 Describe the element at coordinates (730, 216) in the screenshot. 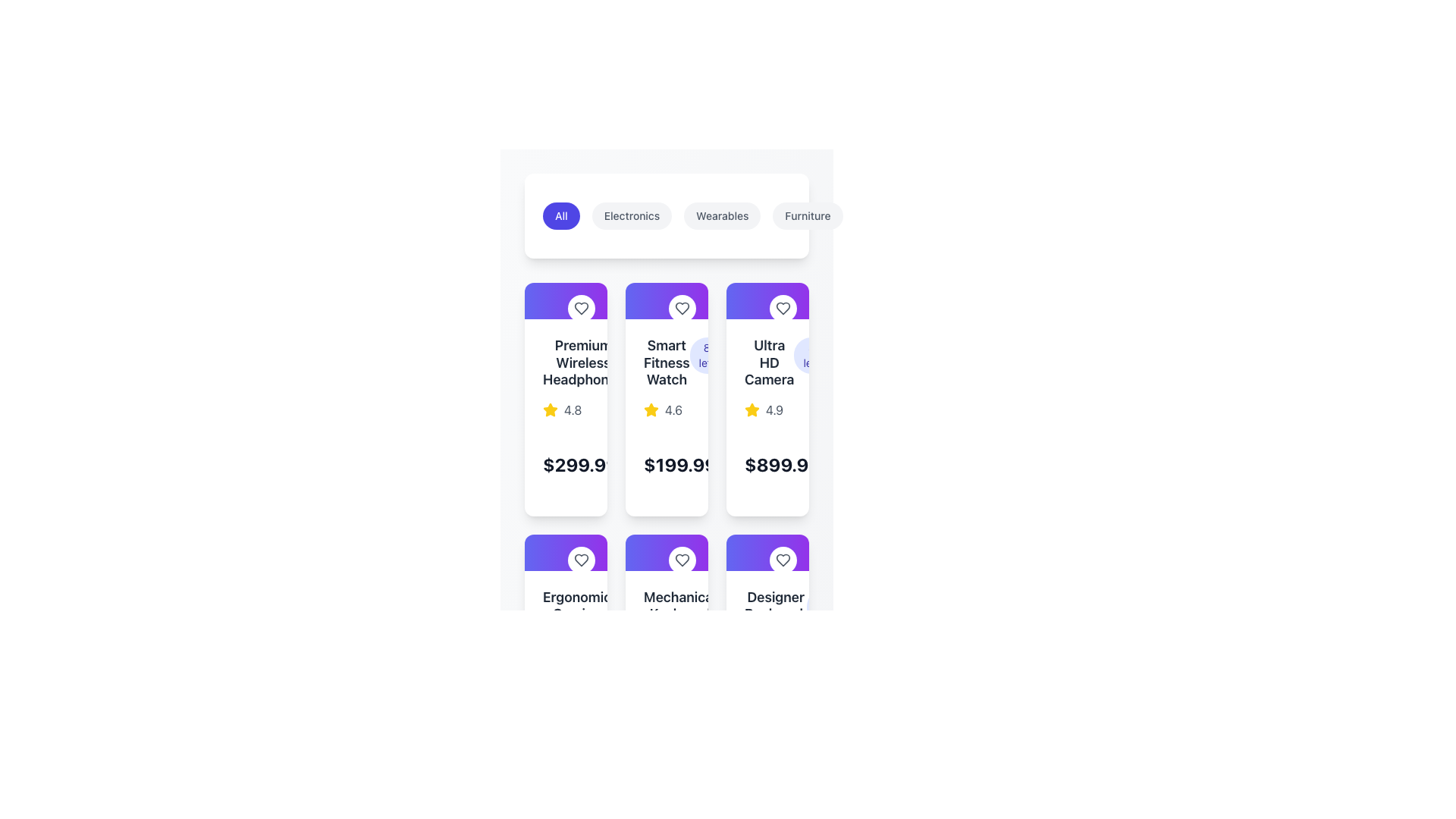

I see `the 'Wearables' filter button located in the top central section of the interface to filter displayed products by the wearables category` at that location.